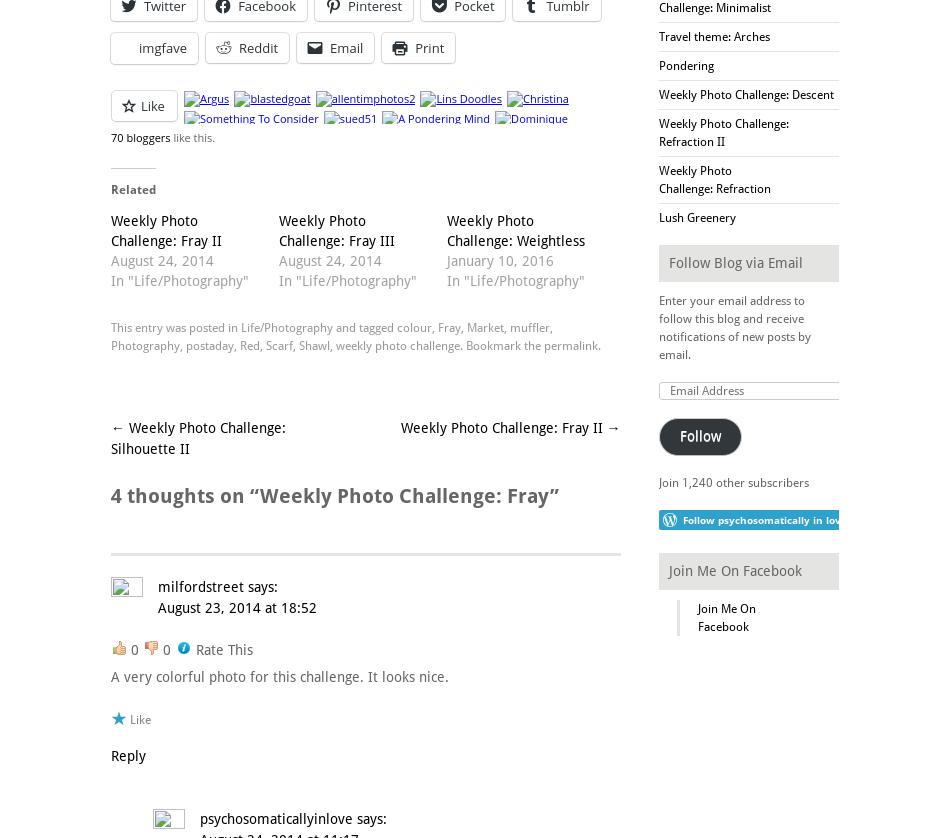 This screenshot has height=838, width=950. I want to click on 'A very colorful photo for this challenge. It looks nice.', so click(110, 675).